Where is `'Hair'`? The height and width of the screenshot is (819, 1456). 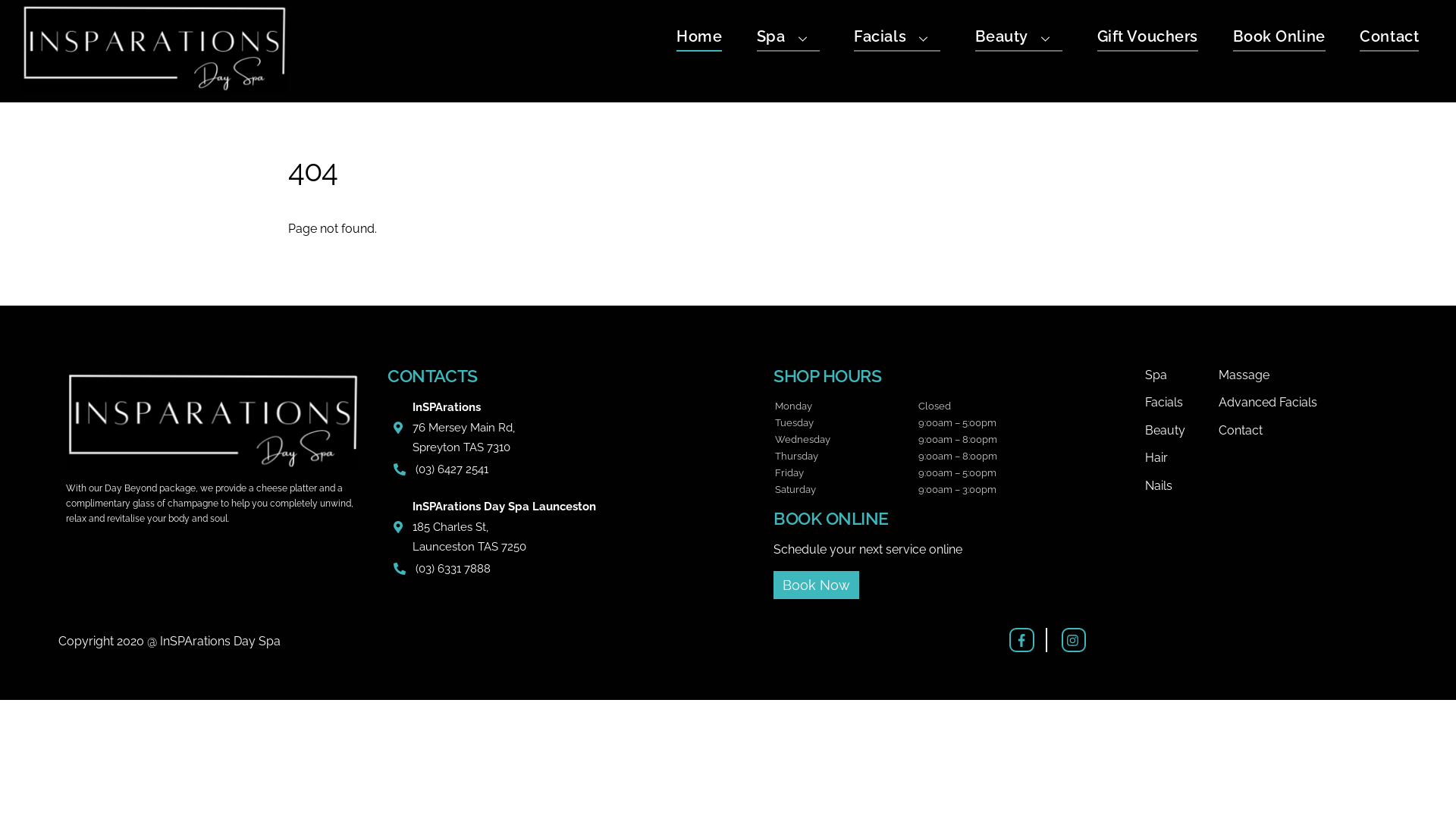 'Hair' is located at coordinates (1180, 457).